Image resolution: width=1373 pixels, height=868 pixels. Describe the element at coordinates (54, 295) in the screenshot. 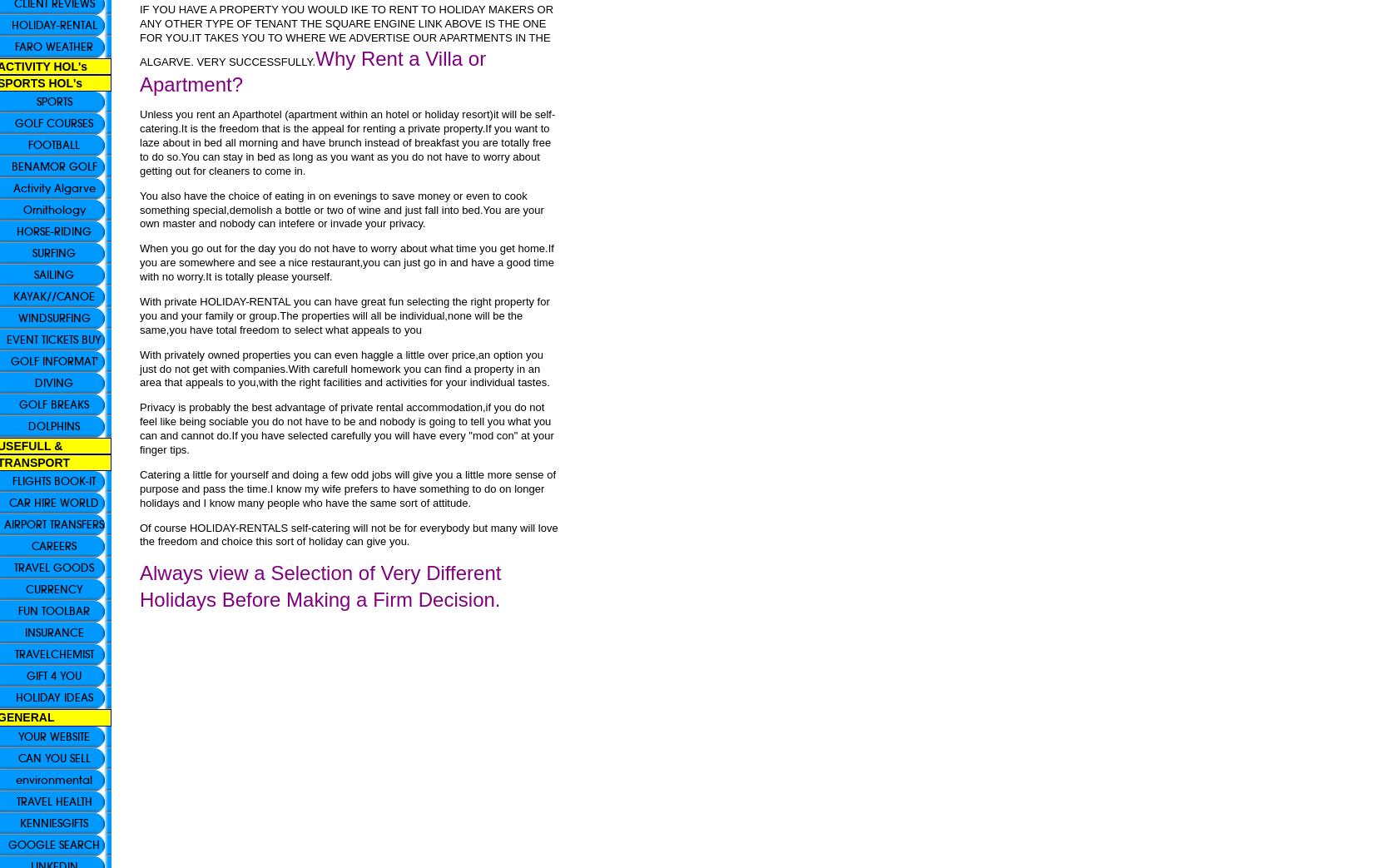

I see `'KAYAK//CANOE'` at that location.